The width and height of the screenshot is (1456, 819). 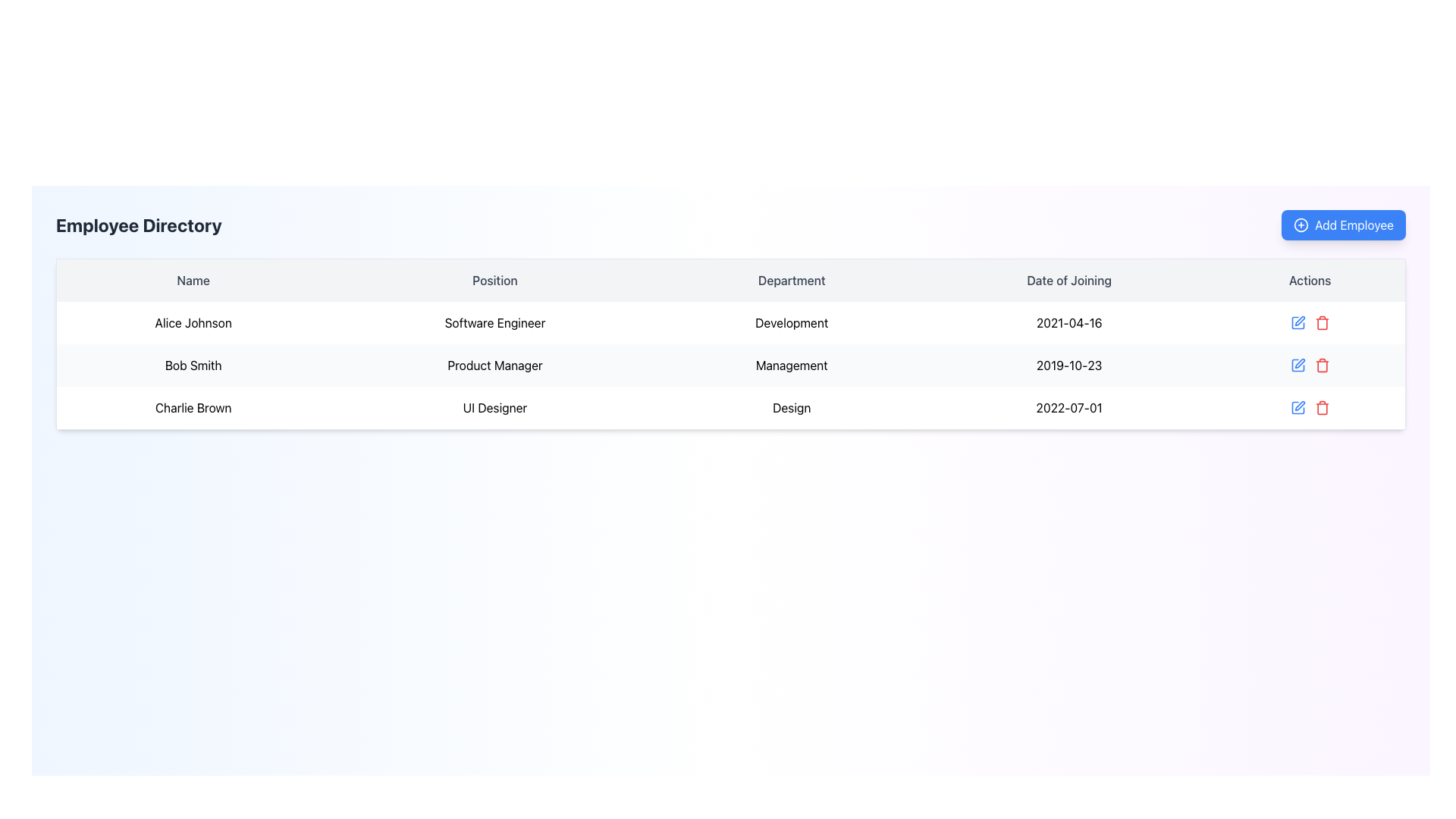 What do you see at coordinates (494, 322) in the screenshot?
I see `displayed text 'Software Engineer' from the text label styled with padding and centered alignment, located in the second cell of the 'Position' column in the first row of a grid layout` at bounding box center [494, 322].